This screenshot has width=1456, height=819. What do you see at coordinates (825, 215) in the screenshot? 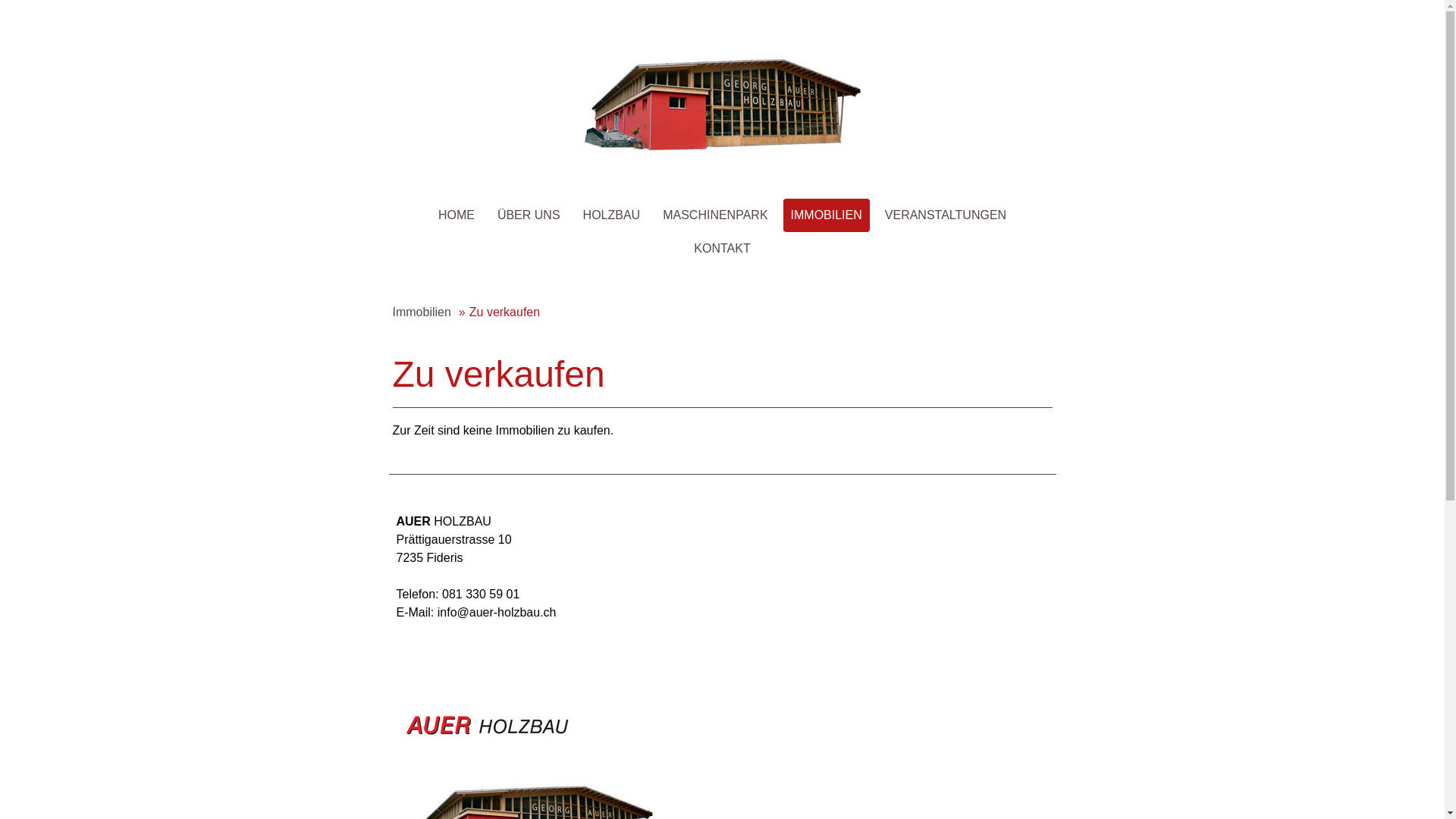
I see `'IMMOBILIEN'` at bounding box center [825, 215].